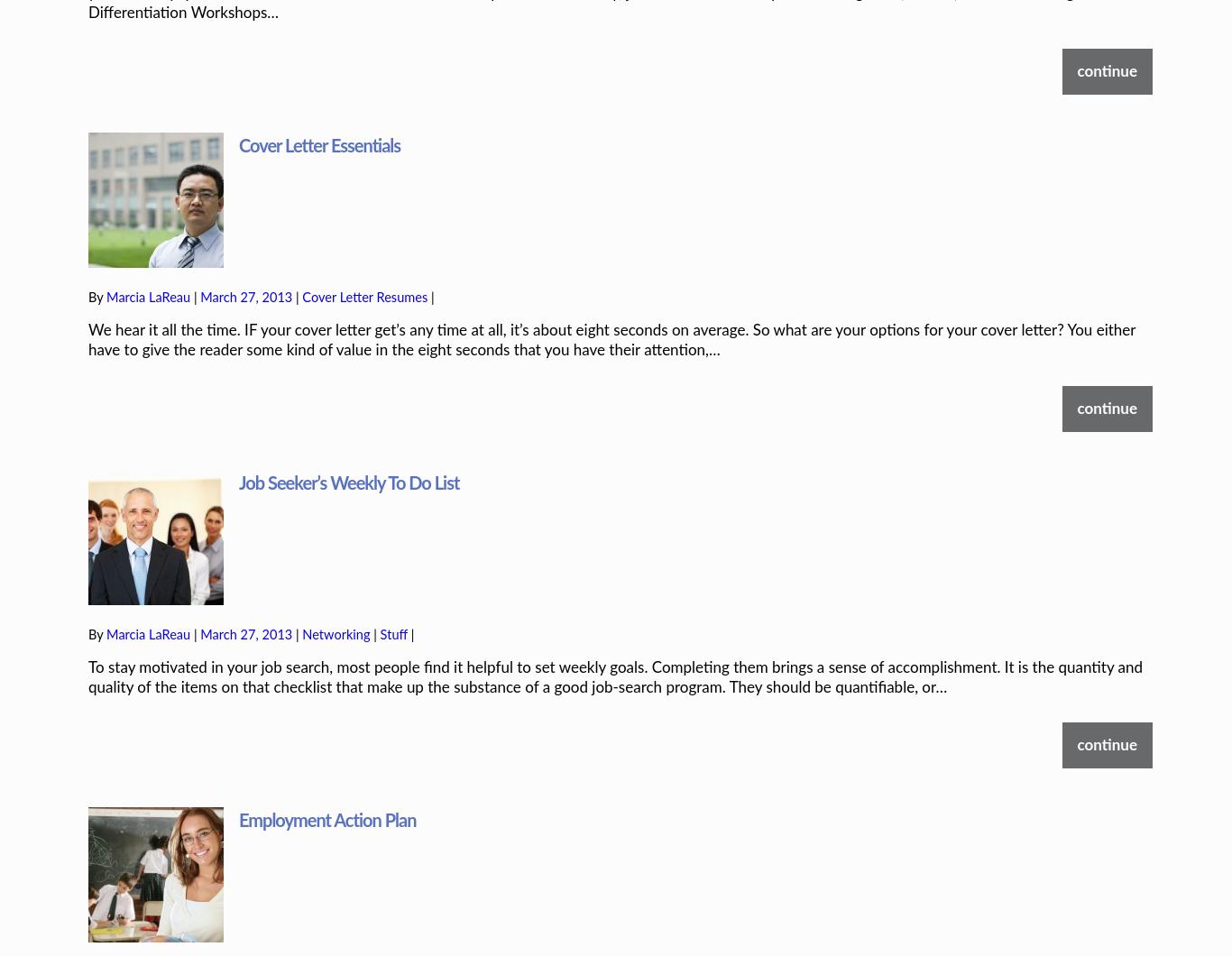 Image resolution: width=1232 pixels, height=956 pixels. What do you see at coordinates (326, 758) in the screenshot?
I see `'Employment Action Plan'` at bounding box center [326, 758].